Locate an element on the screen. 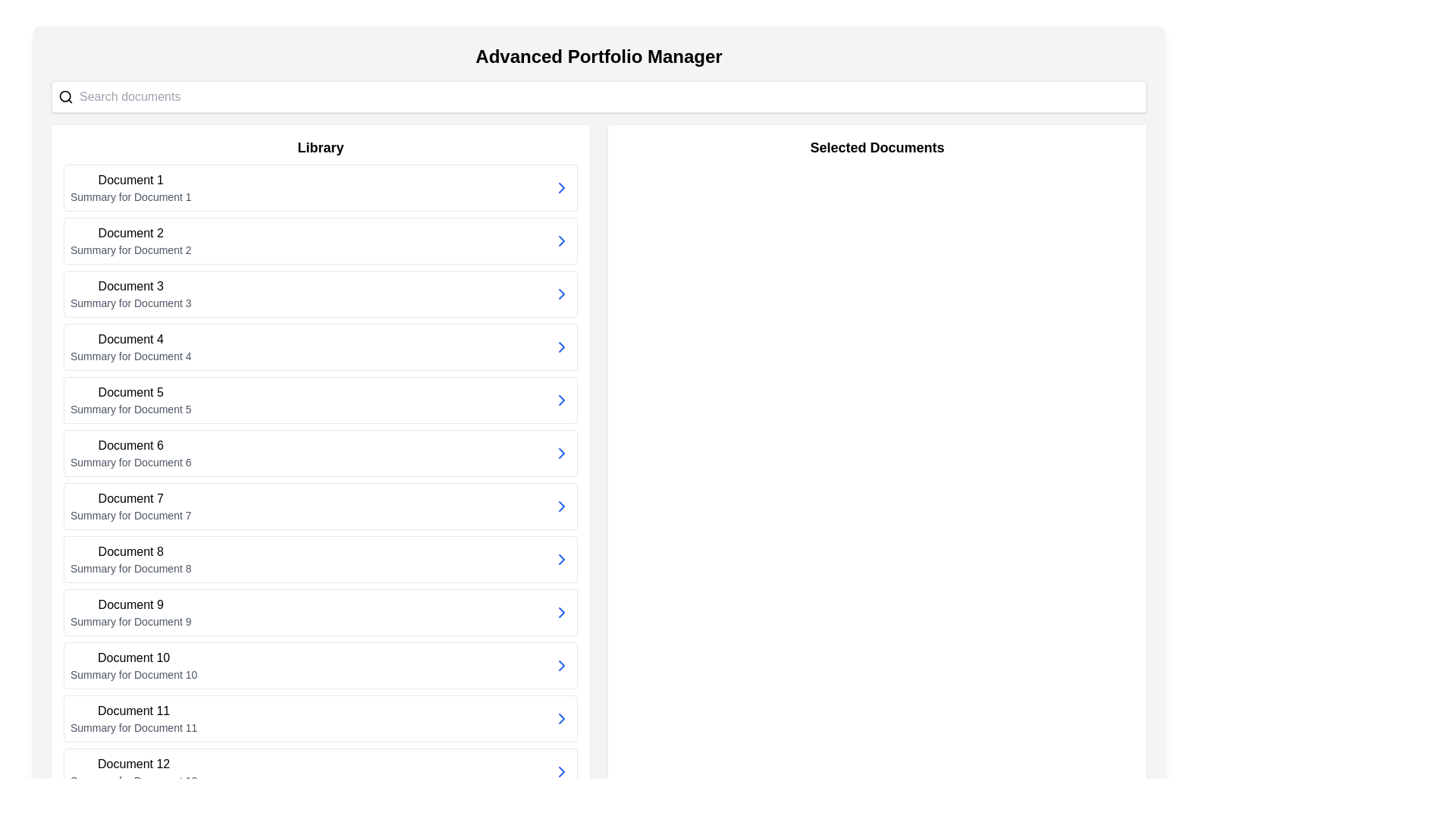 The image size is (1456, 819). the icon for 'Document 3' located in the 'Library' section of the application, positioned to the far-right of the item's row is located at coordinates (560, 294).